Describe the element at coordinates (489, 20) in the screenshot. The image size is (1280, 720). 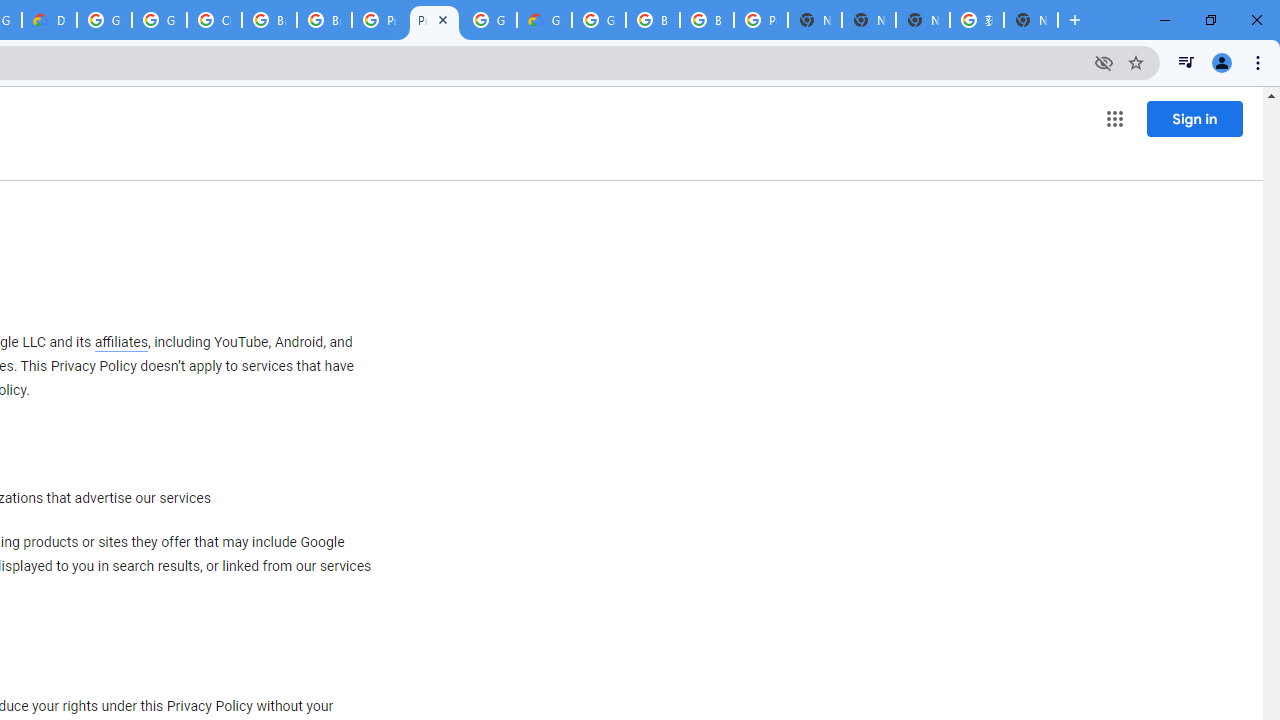
I see `'Google Cloud Platform'` at that location.